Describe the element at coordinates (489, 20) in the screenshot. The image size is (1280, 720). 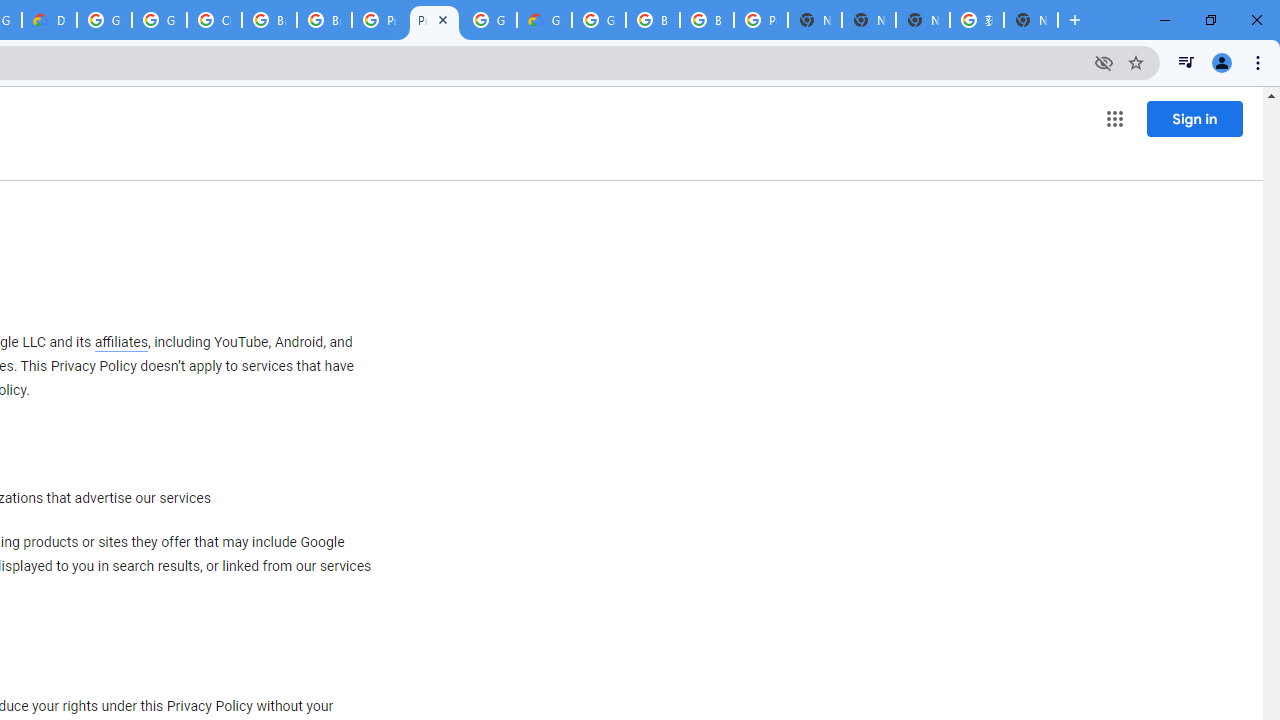
I see `'Google Cloud Platform'` at that location.